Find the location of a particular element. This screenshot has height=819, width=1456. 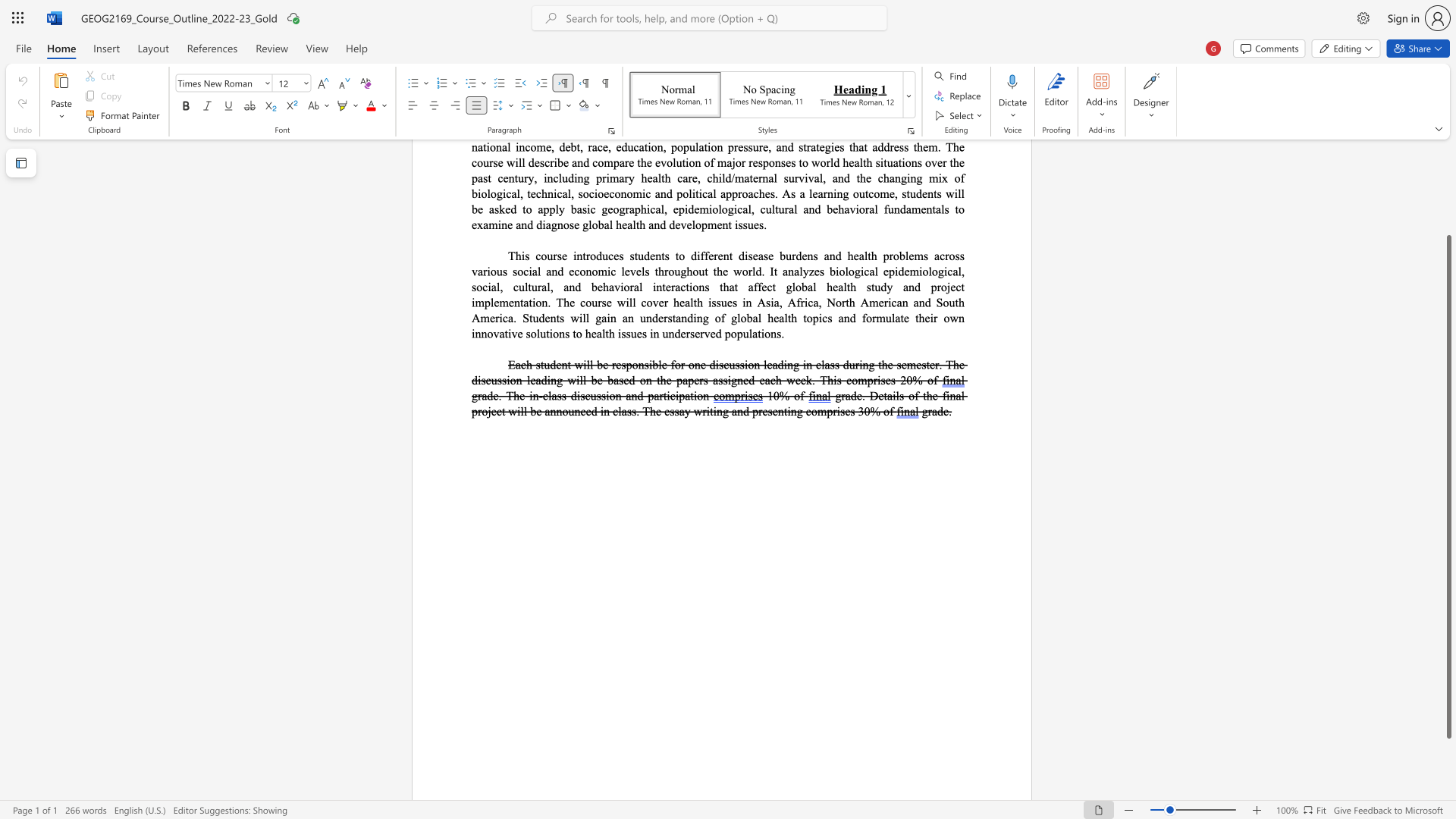

the scrollbar to move the page upward is located at coordinates (1448, 166).